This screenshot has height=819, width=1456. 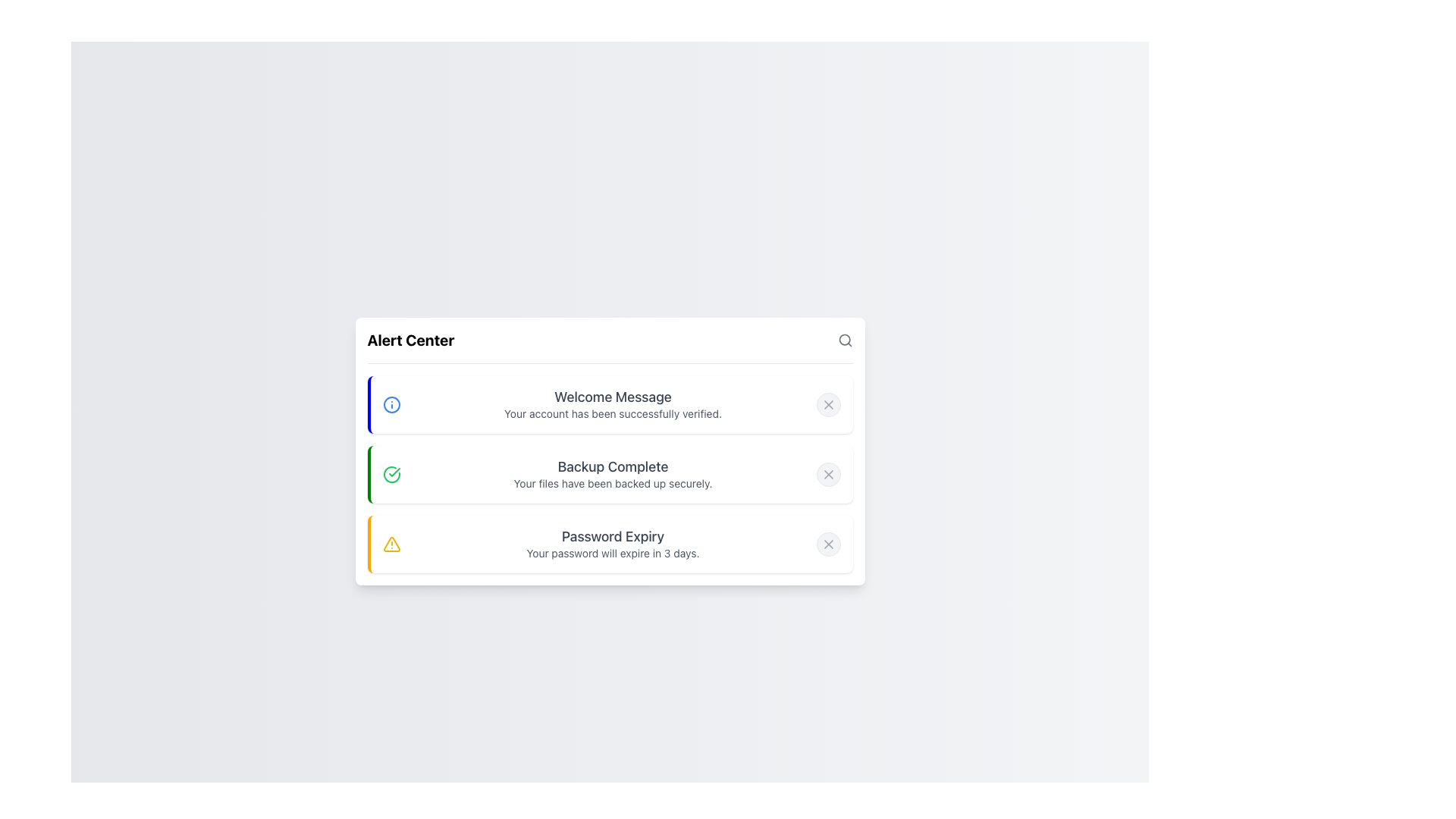 What do you see at coordinates (613, 396) in the screenshot?
I see `the text label that serves as the primary heading within the notification card in the 'Alert Center' section, which provides a summary of the card's content` at bounding box center [613, 396].